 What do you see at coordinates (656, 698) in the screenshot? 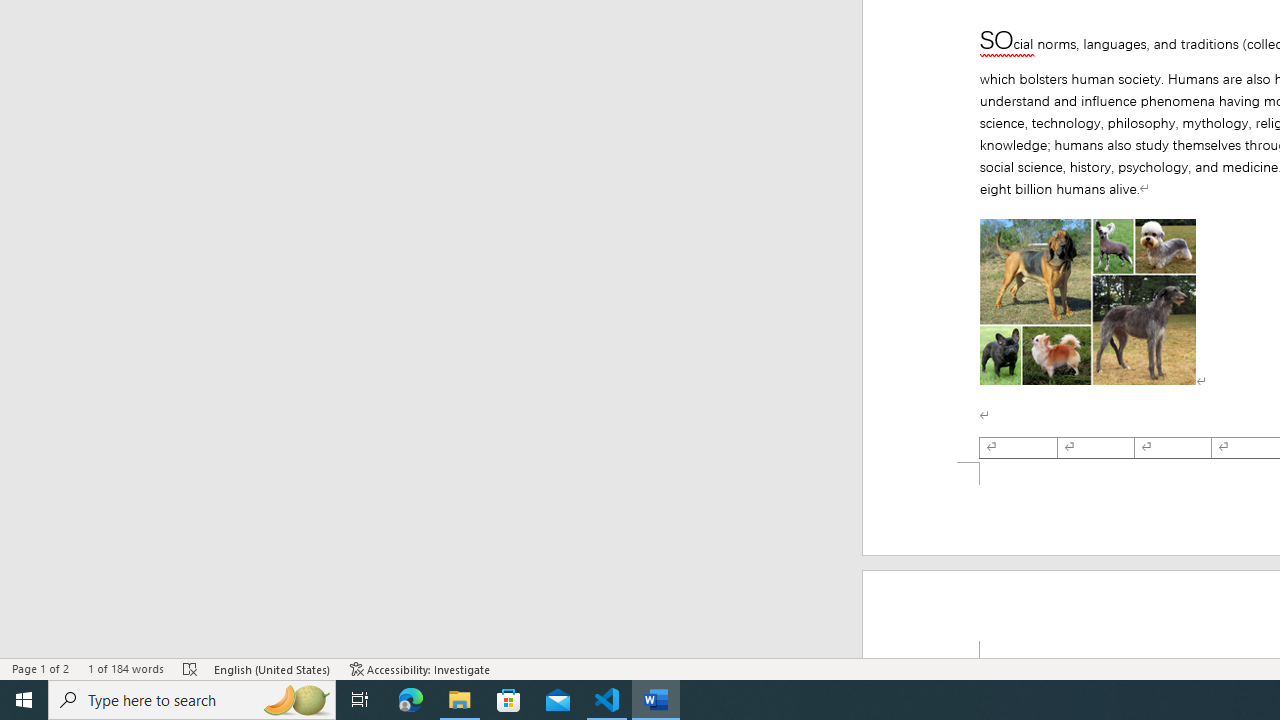
I see `'Word - 1 running window'` at bounding box center [656, 698].